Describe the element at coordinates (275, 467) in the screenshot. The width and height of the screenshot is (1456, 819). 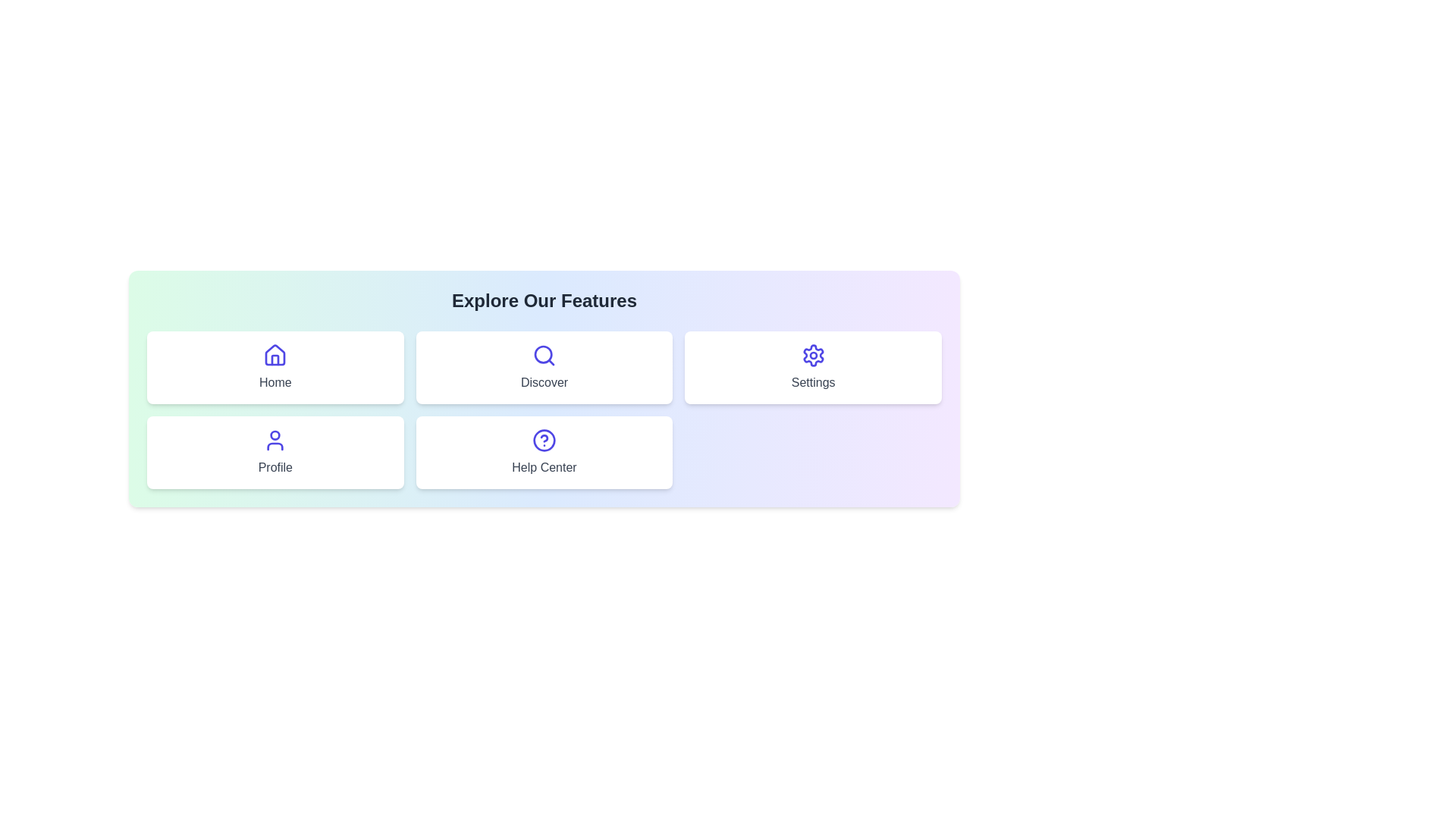
I see `the 'Profile' text label located in the second row of the grid layout, leftmost cell, directly beneath the profile icon` at that location.